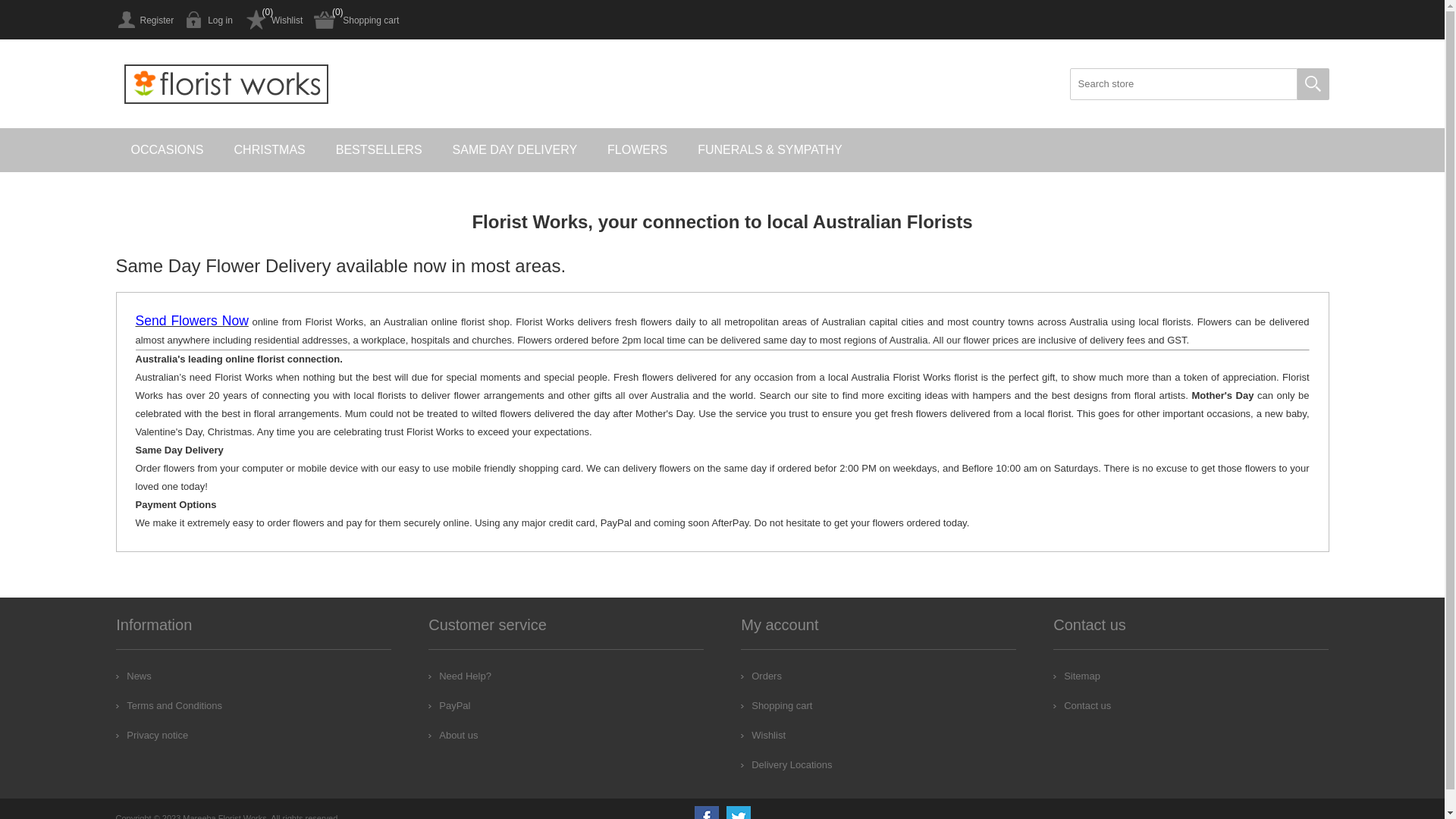  What do you see at coordinates (144, 20) in the screenshot?
I see `'Register'` at bounding box center [144, 20].